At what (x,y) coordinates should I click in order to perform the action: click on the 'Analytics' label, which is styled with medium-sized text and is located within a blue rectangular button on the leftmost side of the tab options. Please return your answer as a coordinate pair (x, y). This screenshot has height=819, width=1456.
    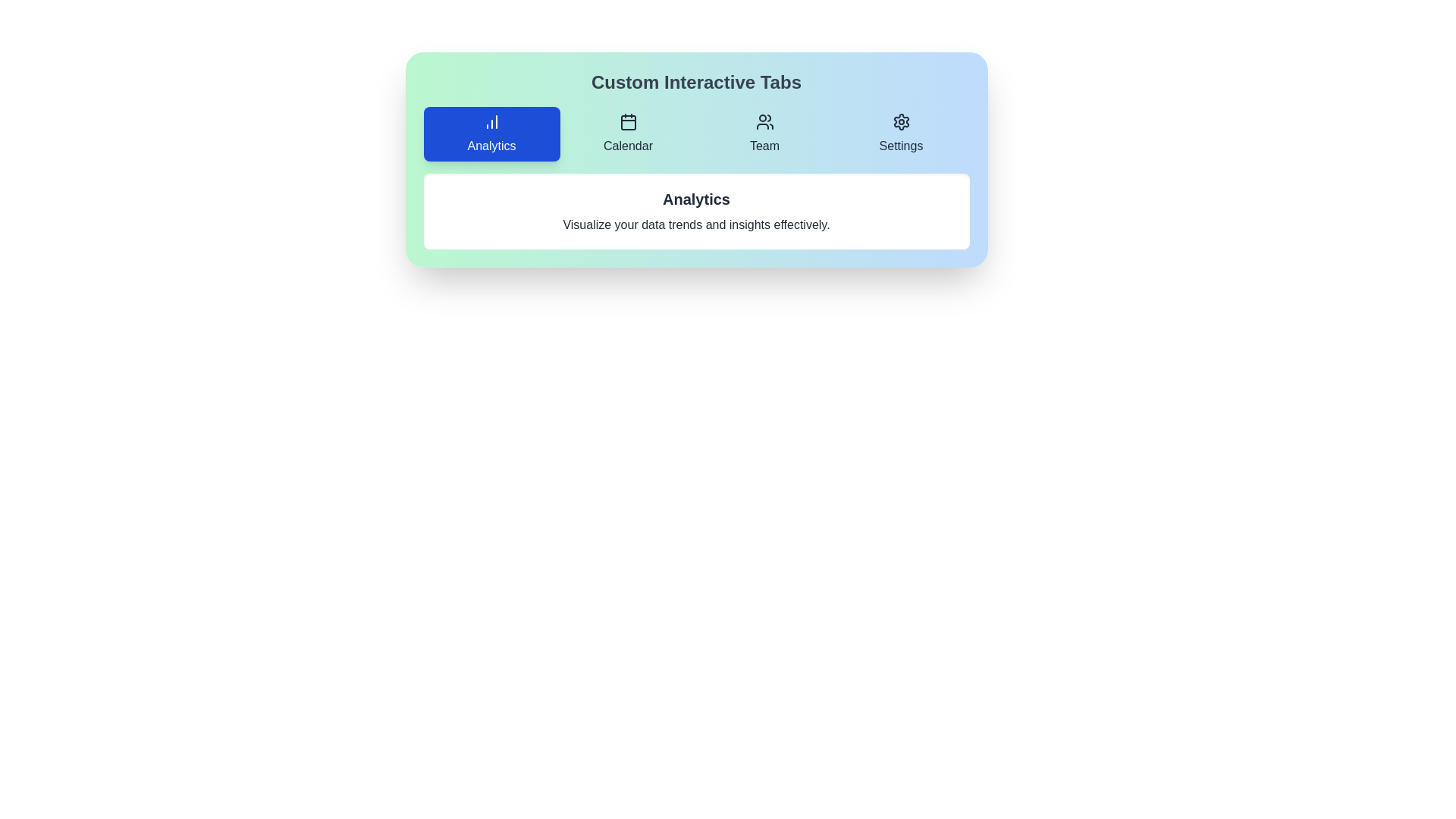
    Looking at the image, I should click on (491, 146).